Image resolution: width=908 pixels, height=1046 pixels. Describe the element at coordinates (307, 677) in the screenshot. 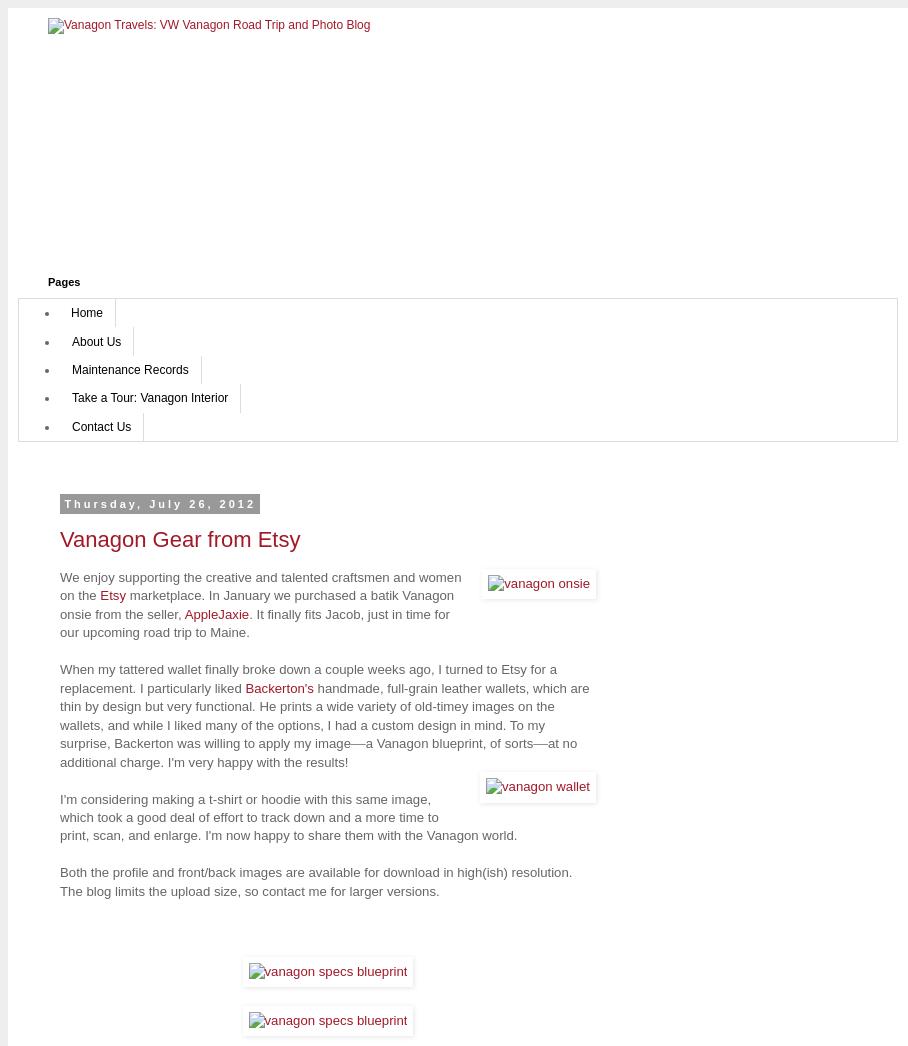

I see `'When my tattered wallet finally broke down a couple weeks ago, I turned to Etsy for a replacement. I particularly liked'` at that location.